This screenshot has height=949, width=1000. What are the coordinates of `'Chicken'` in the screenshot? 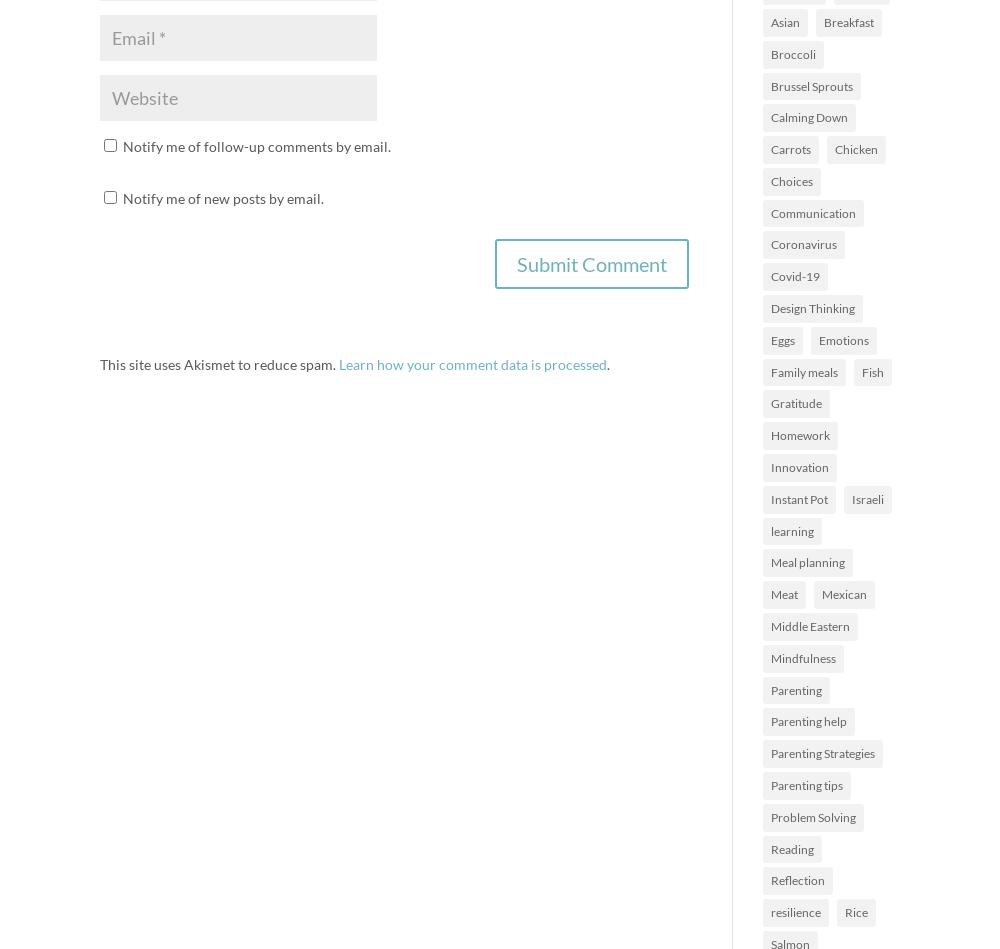 It's located at (855, 149).